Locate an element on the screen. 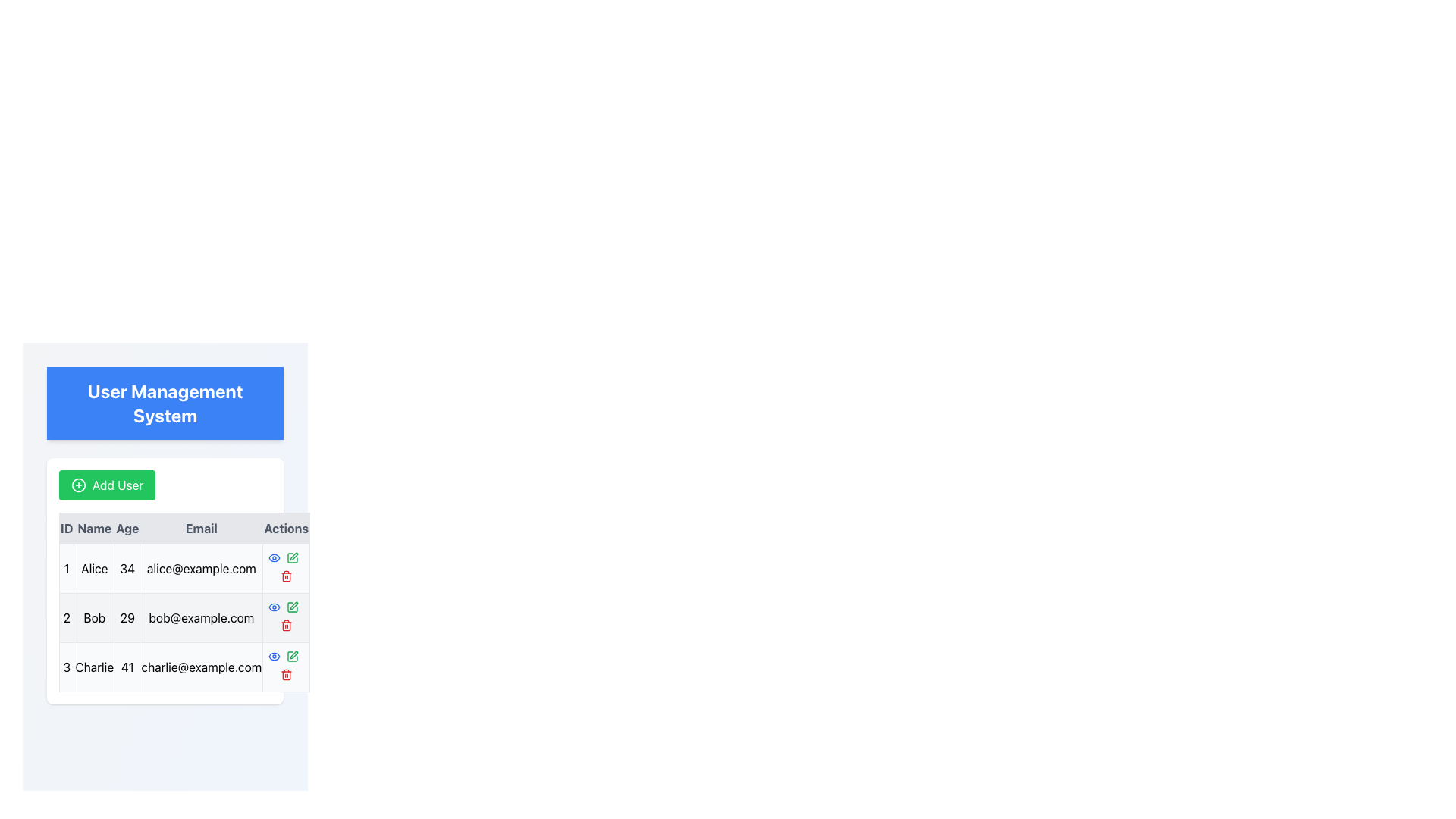  the static text representing the unique identifier for a user record, located in the second row of the 'ID' column in a user management system table is located at coordinates (66, 617).